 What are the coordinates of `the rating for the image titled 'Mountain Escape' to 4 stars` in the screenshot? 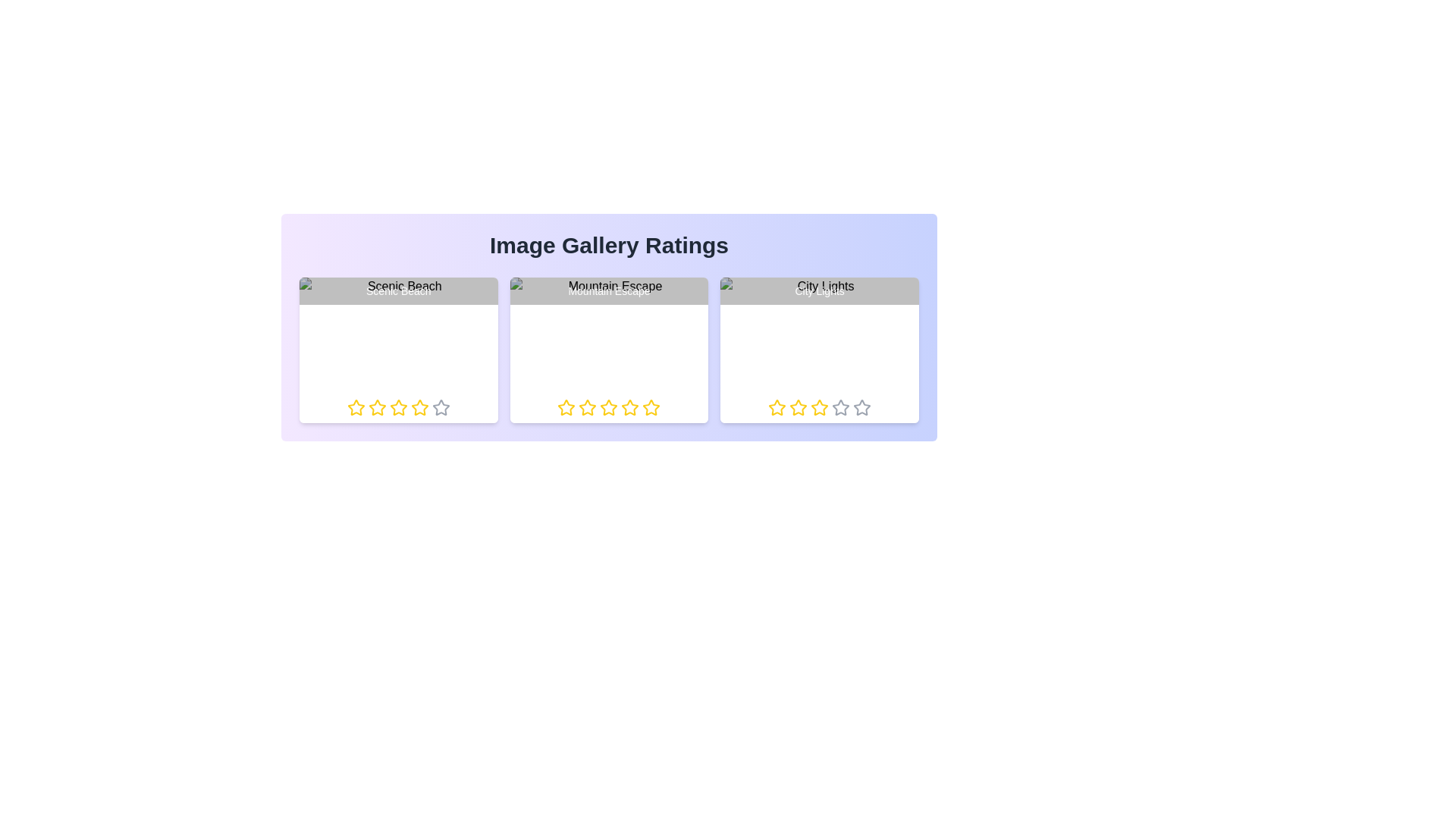 It's located at (621, 406).